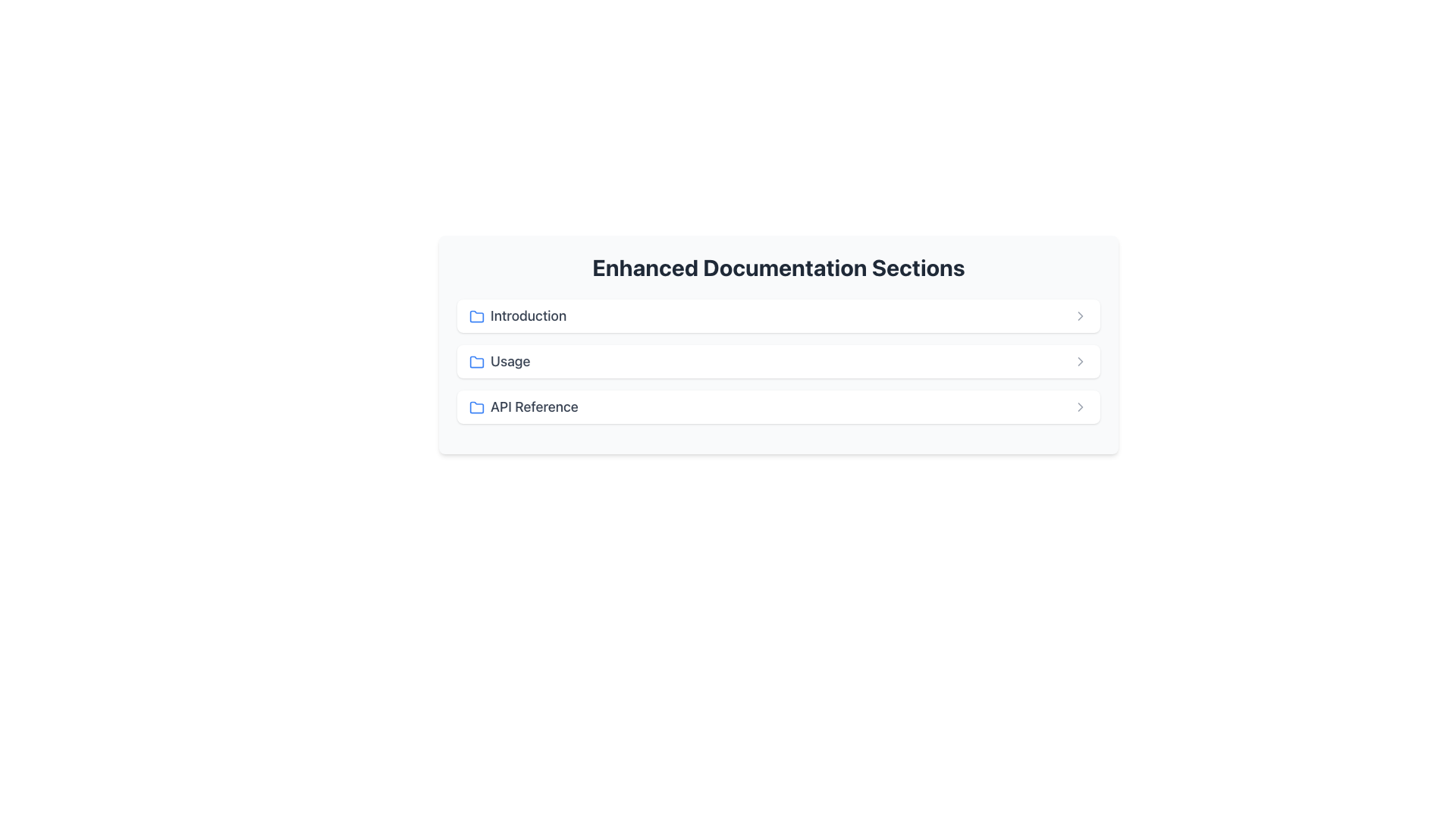 Image resolution: width=1456 pixels, height=819 pixels. Describe the element at coordinates (779, 362) in the screenshot. I see `the second entry in the vertical list titled 'Enhanced Documentation Sections', which allows access to the 'Usage' section of the documentation` at that location.